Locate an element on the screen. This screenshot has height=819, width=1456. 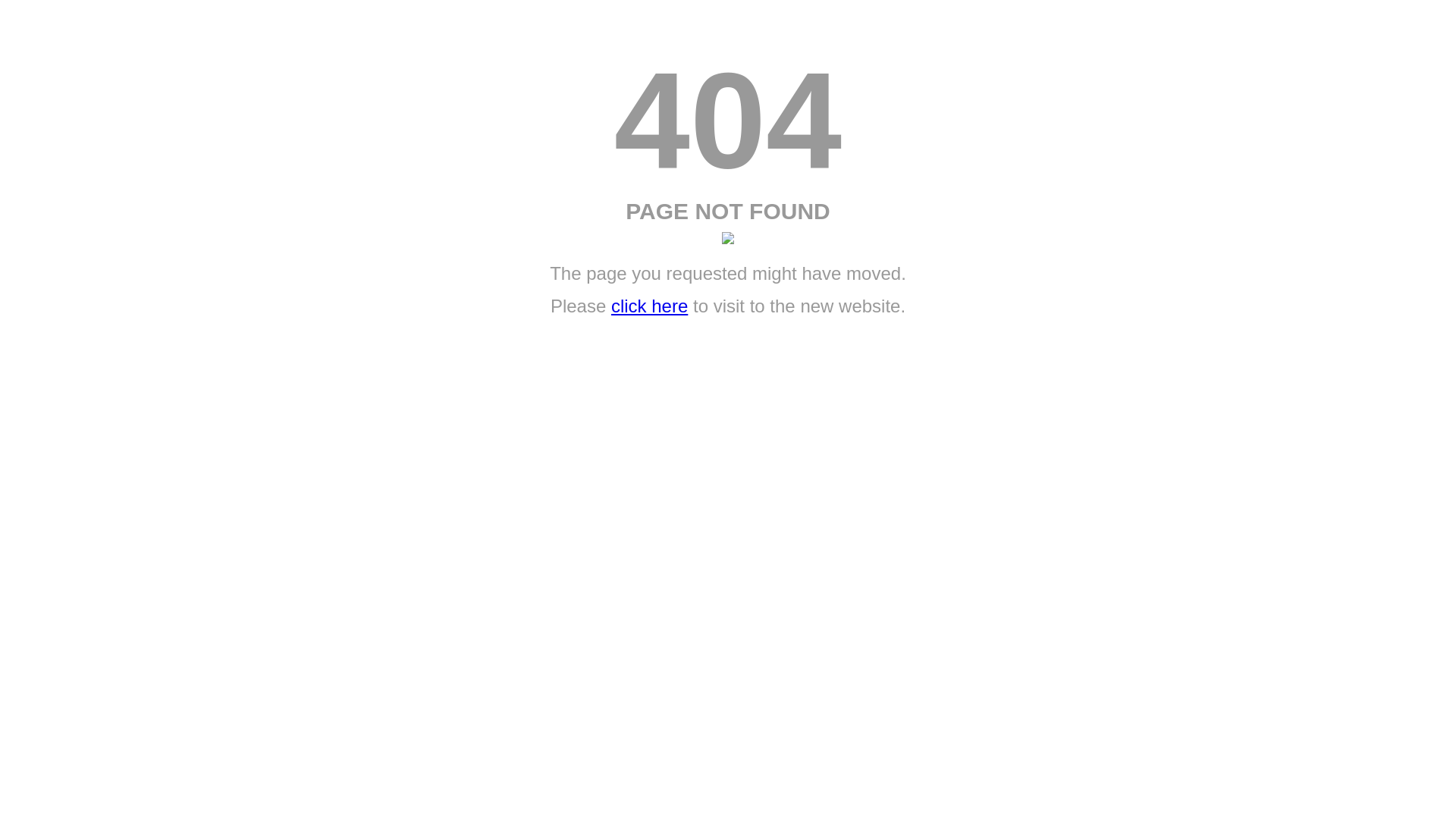
'click here' is located at coordinates (649, 306).